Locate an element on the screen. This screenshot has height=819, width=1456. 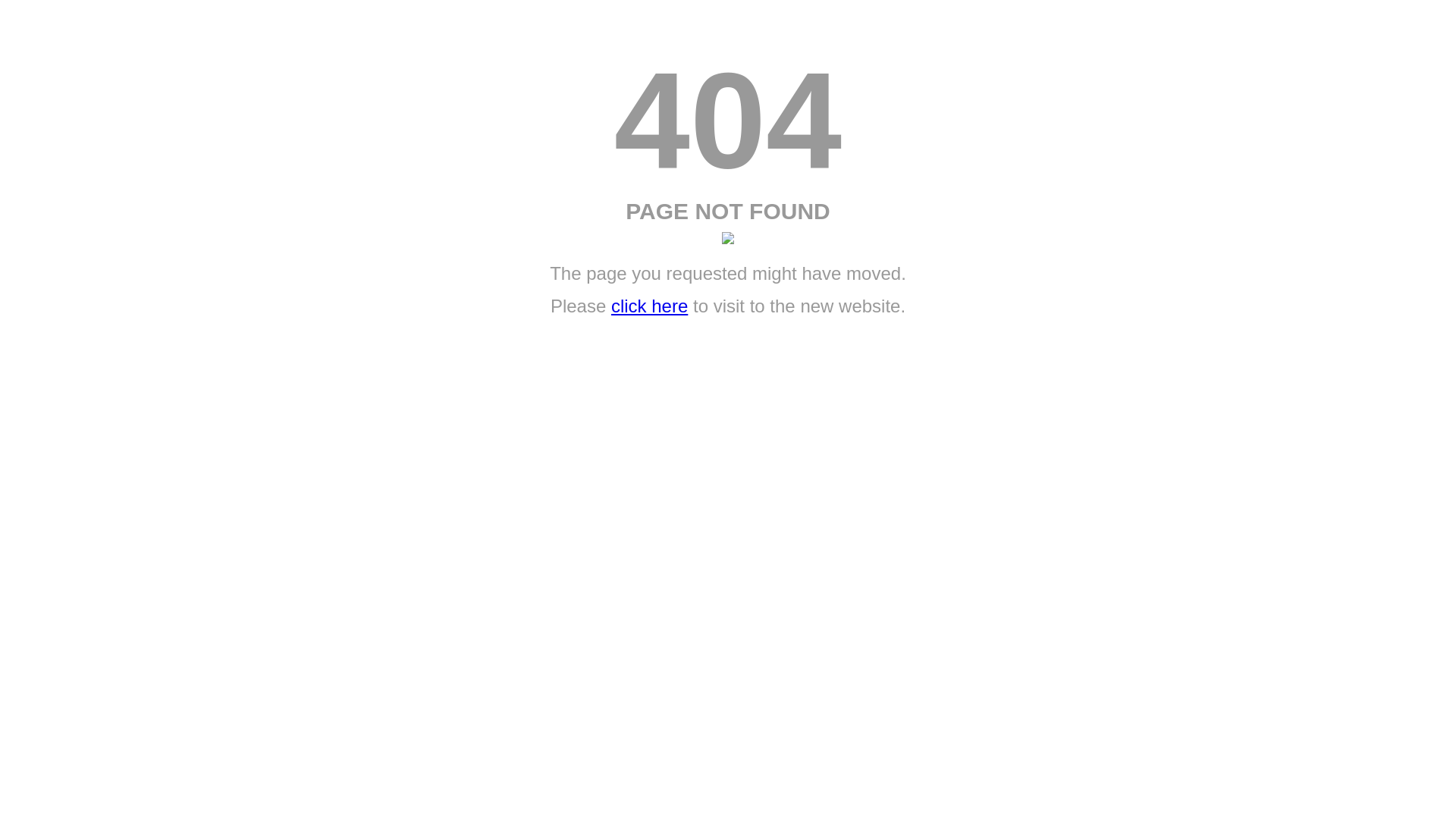
'click here' is located at coordinates (649, 306).